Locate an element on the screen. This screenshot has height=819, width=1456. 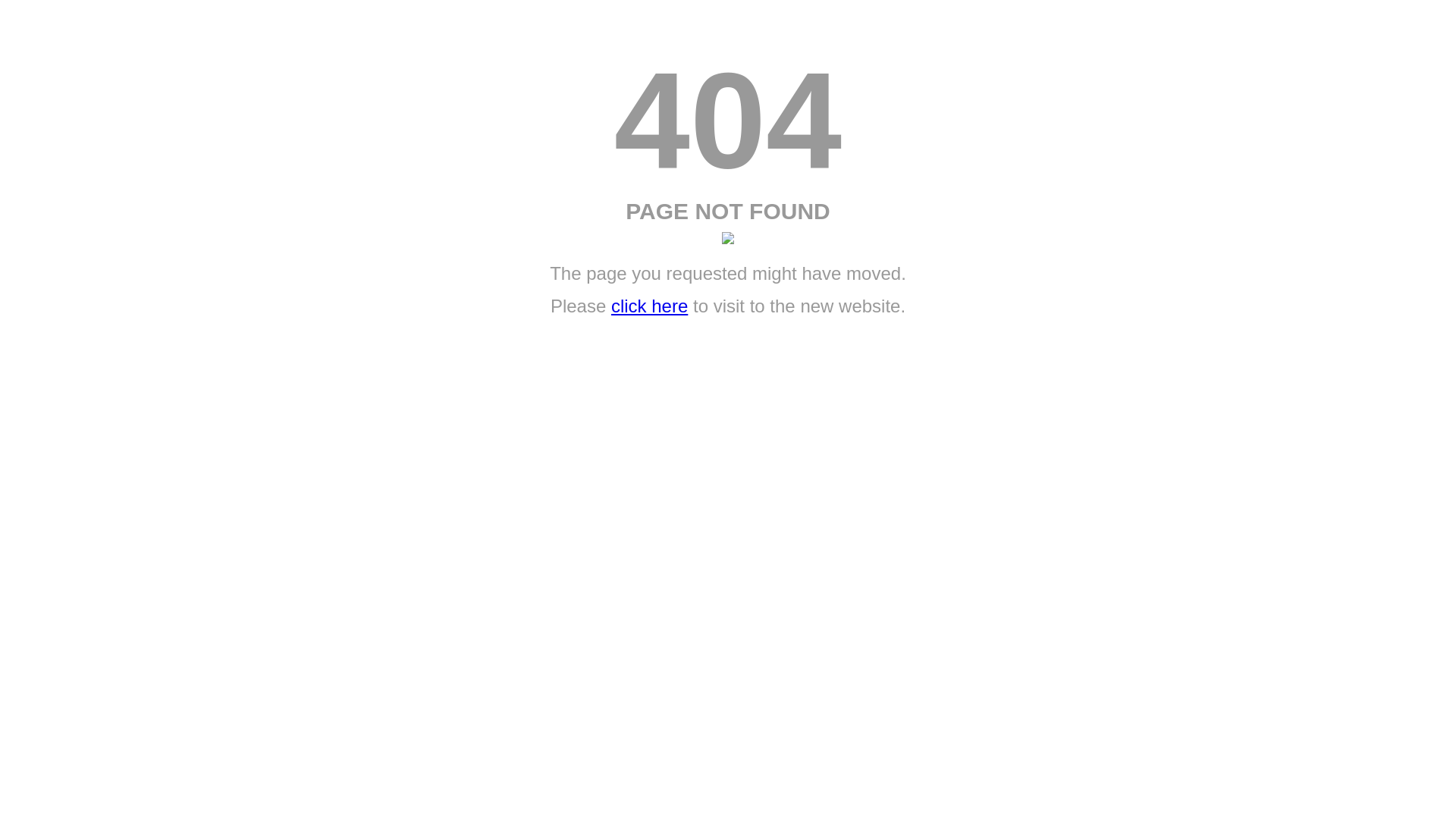
'click here' is located at coordinates (649, 306).